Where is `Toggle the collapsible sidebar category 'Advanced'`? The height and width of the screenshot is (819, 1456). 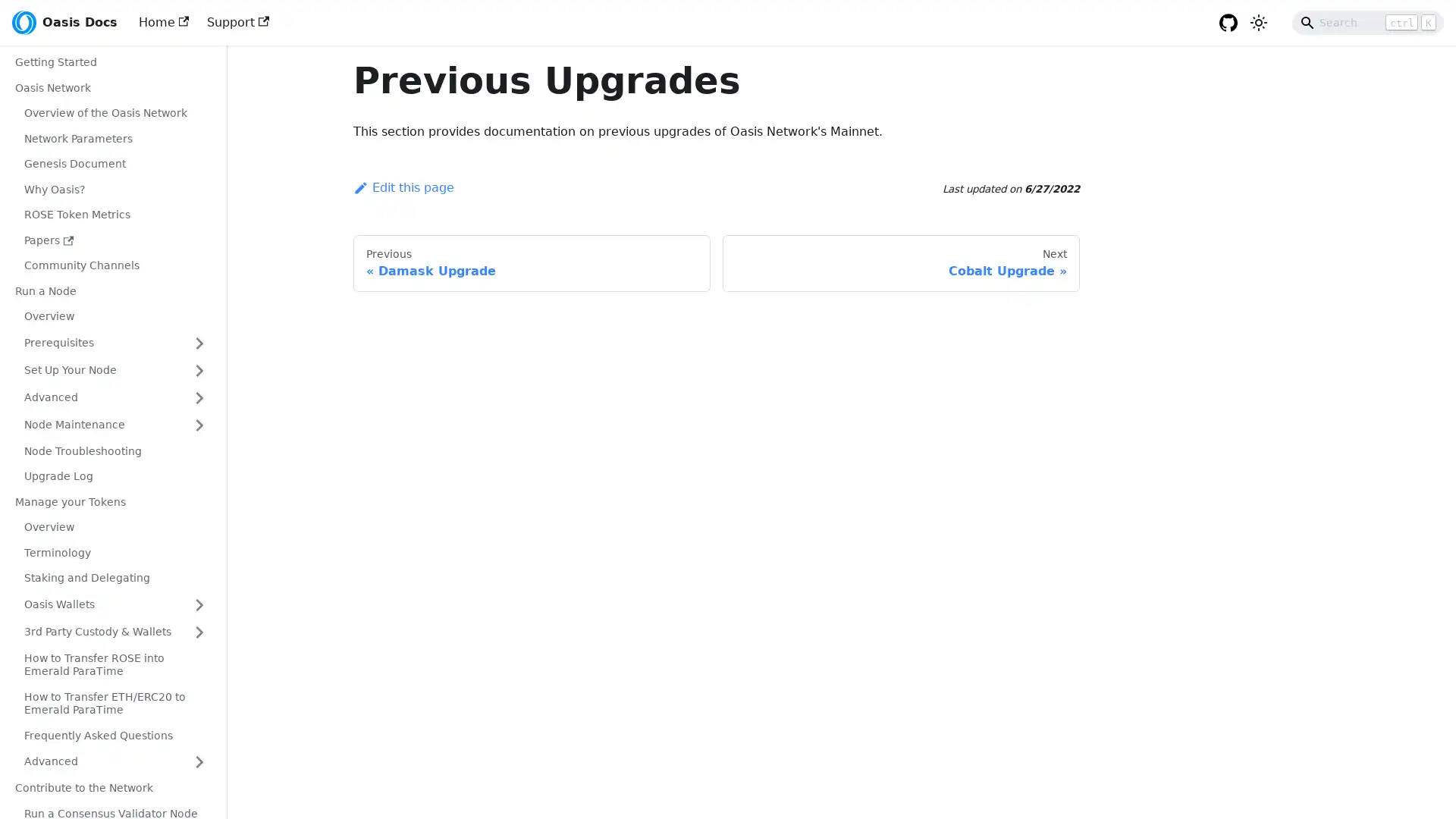 Toggle the collapsible sidebar category 'Advanced' is located at coordinates (199, 397).